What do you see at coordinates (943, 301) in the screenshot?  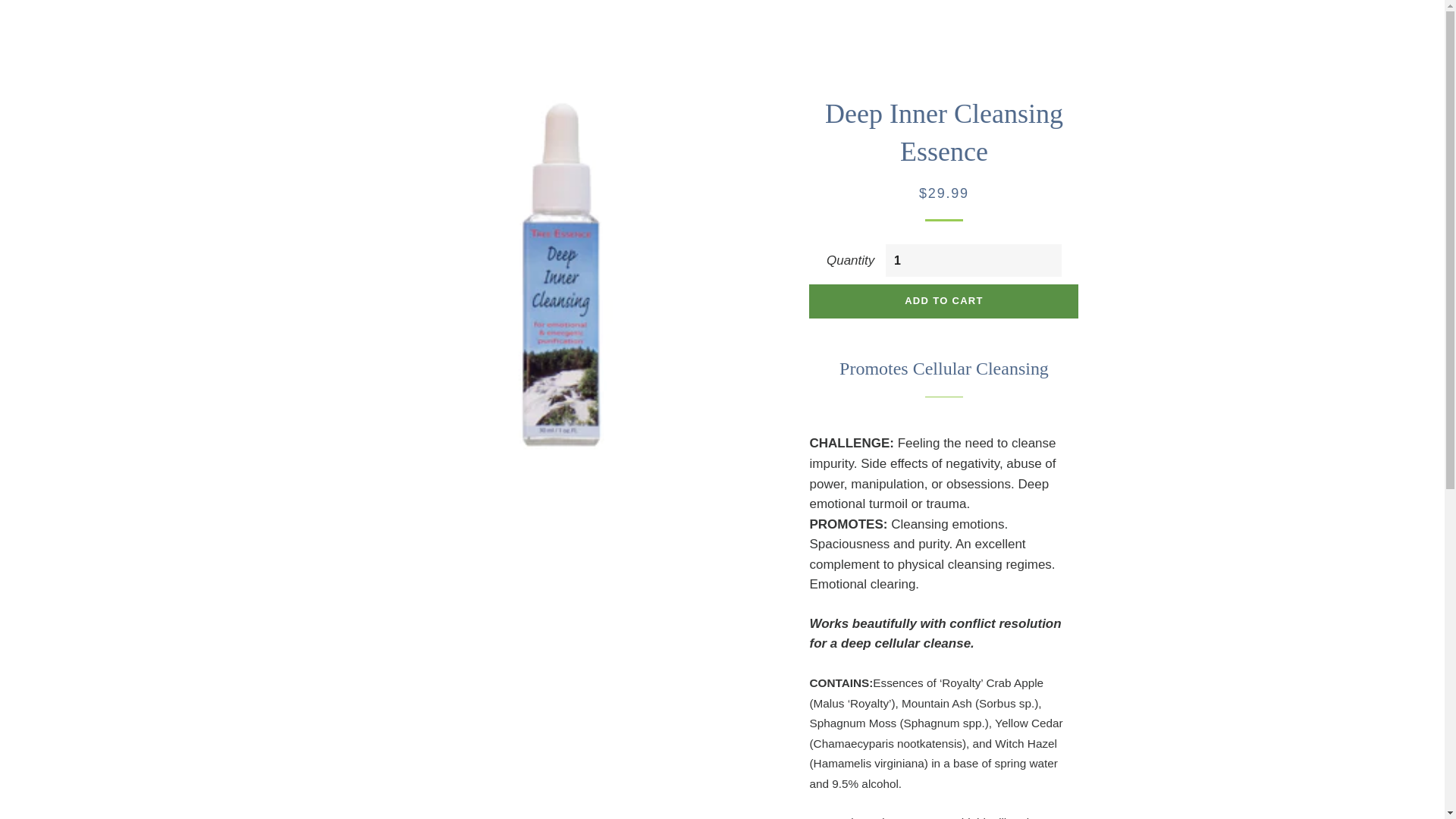 I see `'ADD TO CART'` at bounding box center [943, 301].